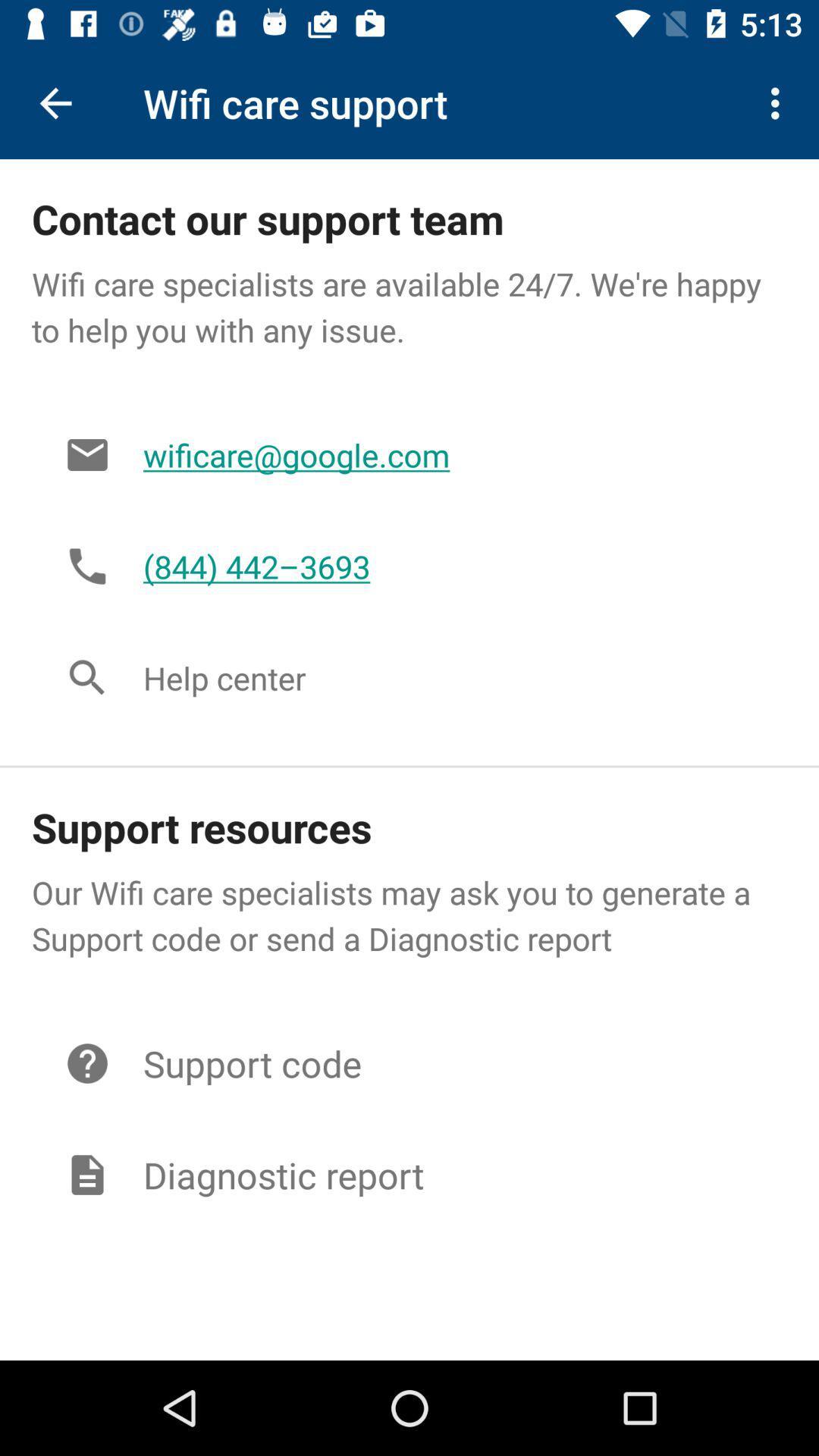  Describe the element at coordinates (55, 102) in the screenshot. I see `icon to the left of the wifi care support icon` at that location.